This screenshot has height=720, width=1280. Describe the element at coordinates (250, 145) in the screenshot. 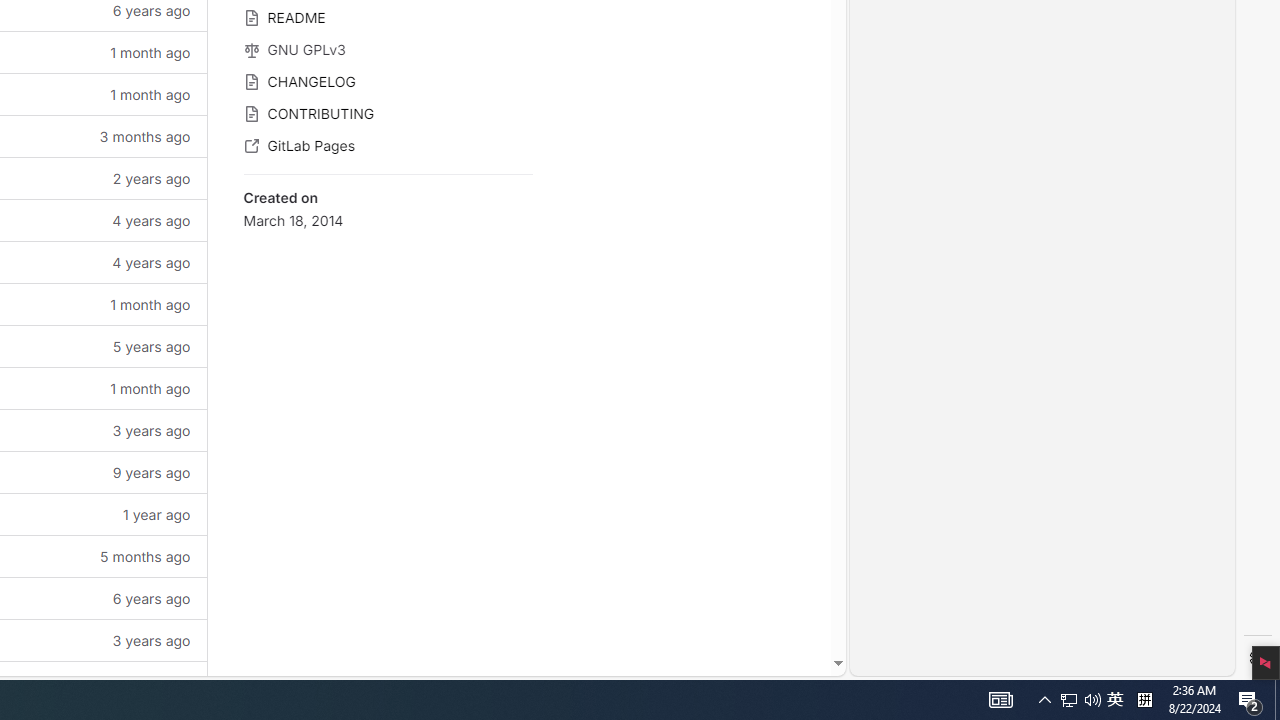

I see `'Class: s16 icon gl-mr-3 gl-text-gray-500'` at that location.